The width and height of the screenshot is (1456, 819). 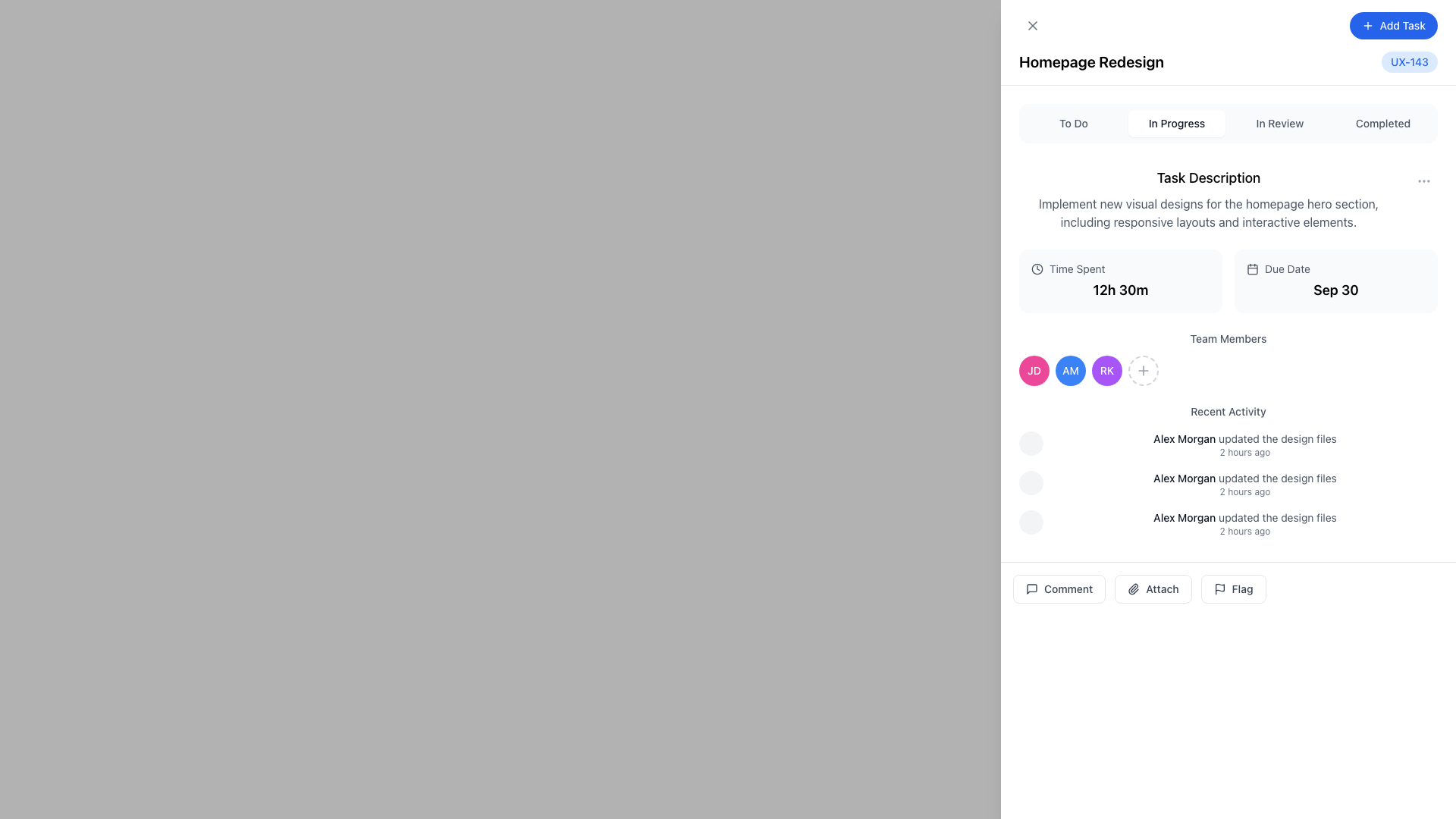 I want to click on the header displaying 'Task Description' which is centrally positioned above the detailed task description, so click(x=1207, y=177).